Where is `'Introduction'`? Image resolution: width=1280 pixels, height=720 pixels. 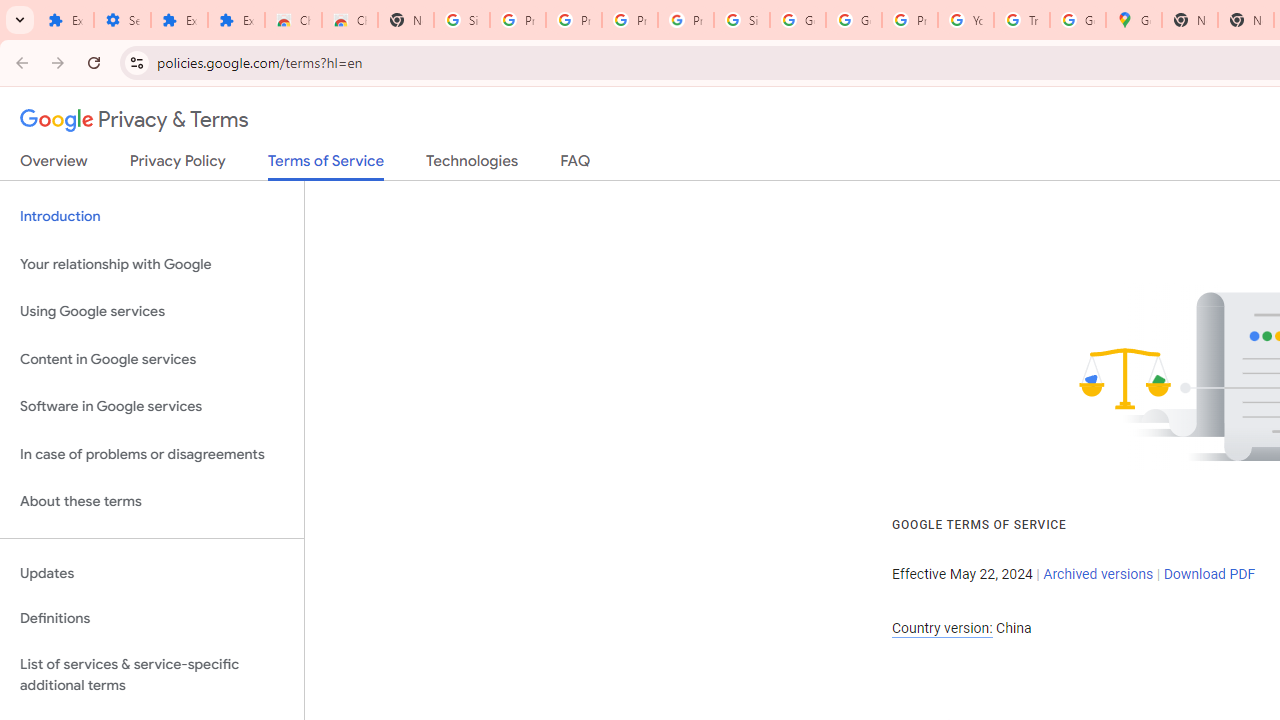 'Introduction' is located at coordinates (151, 217).